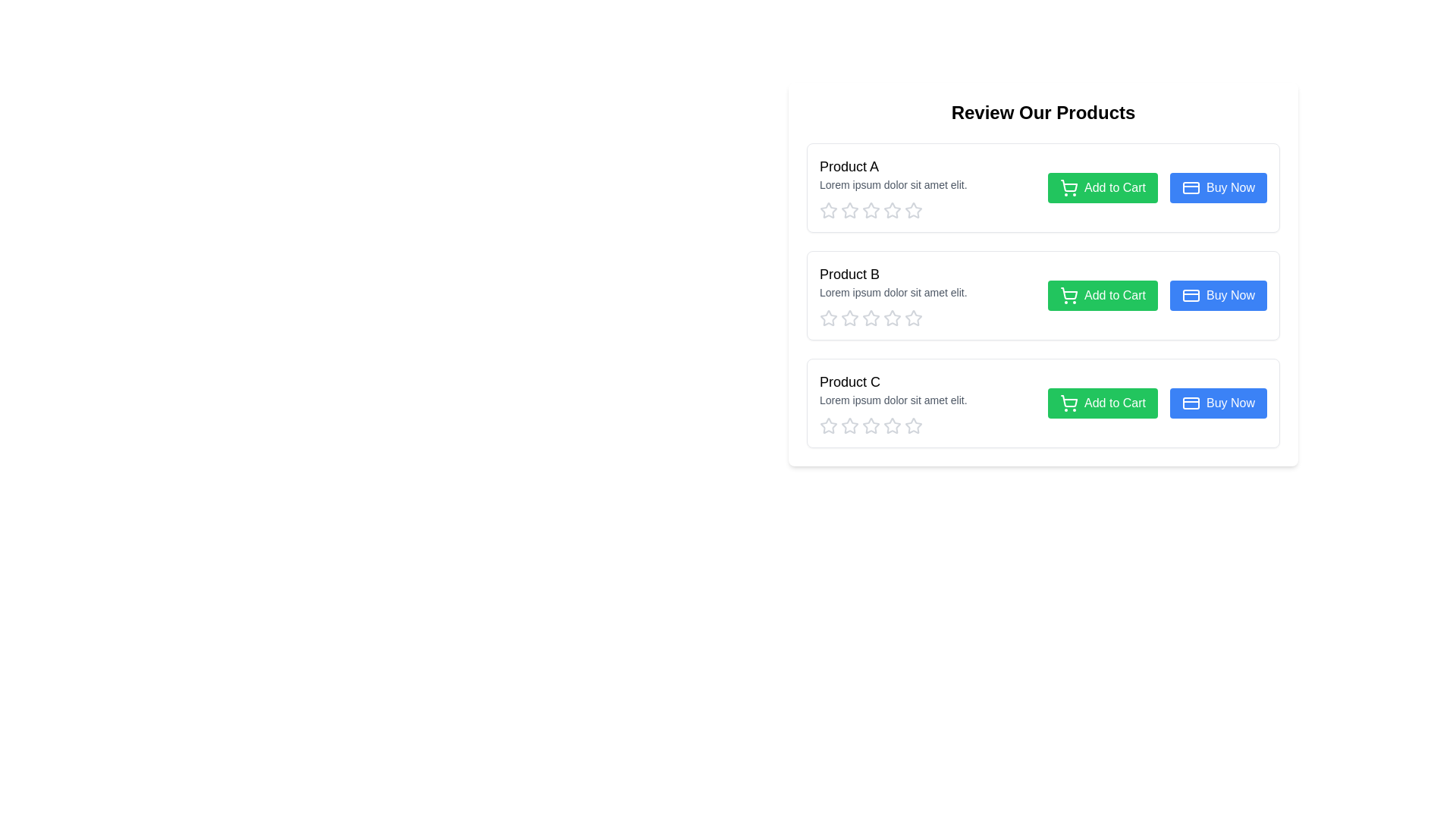 This screenshot has width=1456, height=819. I want to click on the fourth star in the five-star rating scale for 'Product B', so click(912, 317).